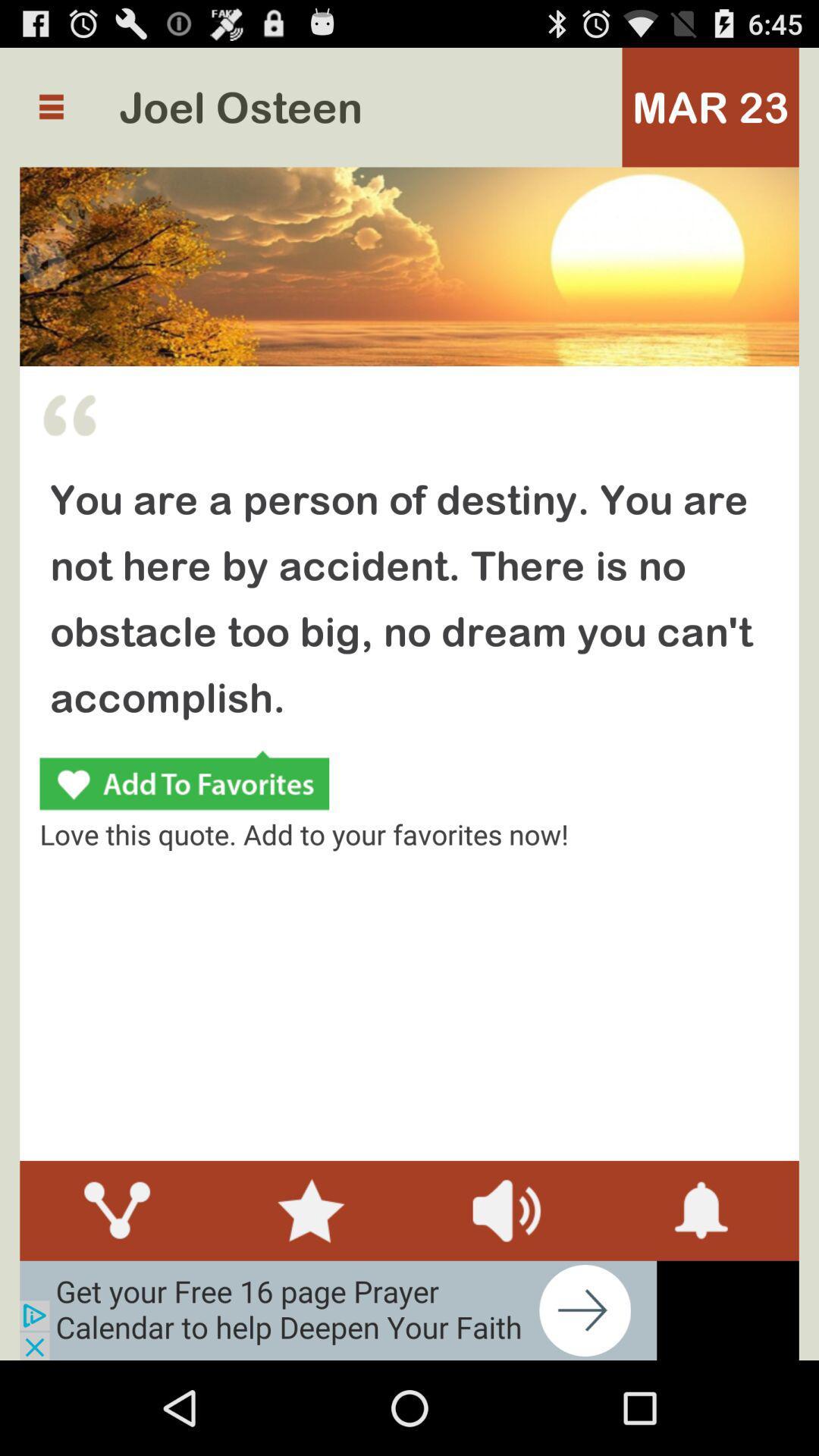 Image resolution: width=819 pixels, height=1456 pixels. Describe the element at coordinates (50, 106) in the screenshot. I see `more` at that location.